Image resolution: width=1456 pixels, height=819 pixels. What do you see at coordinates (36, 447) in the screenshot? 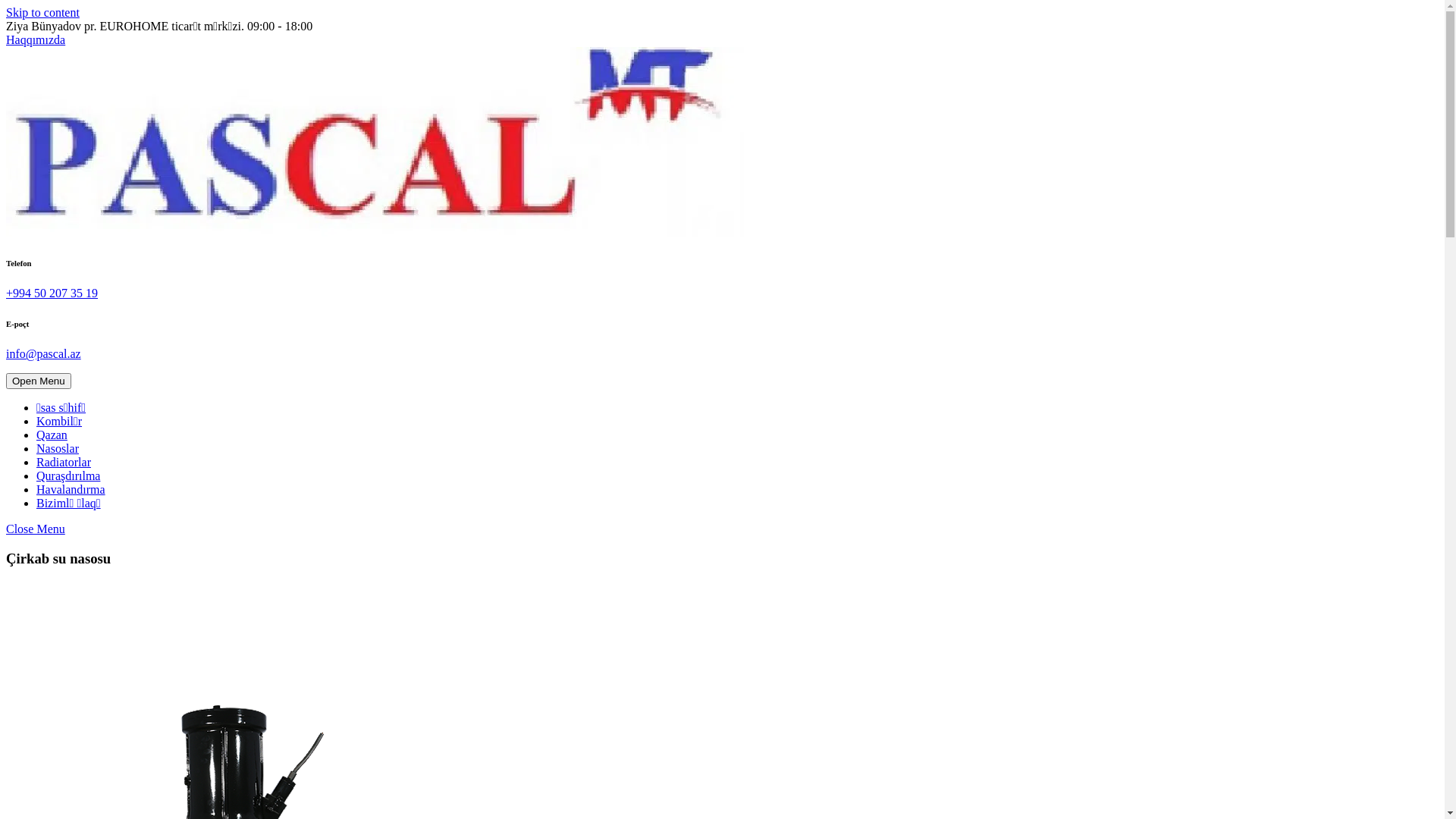
I see `'Nasoslar'` at bounding box center [36, 447].